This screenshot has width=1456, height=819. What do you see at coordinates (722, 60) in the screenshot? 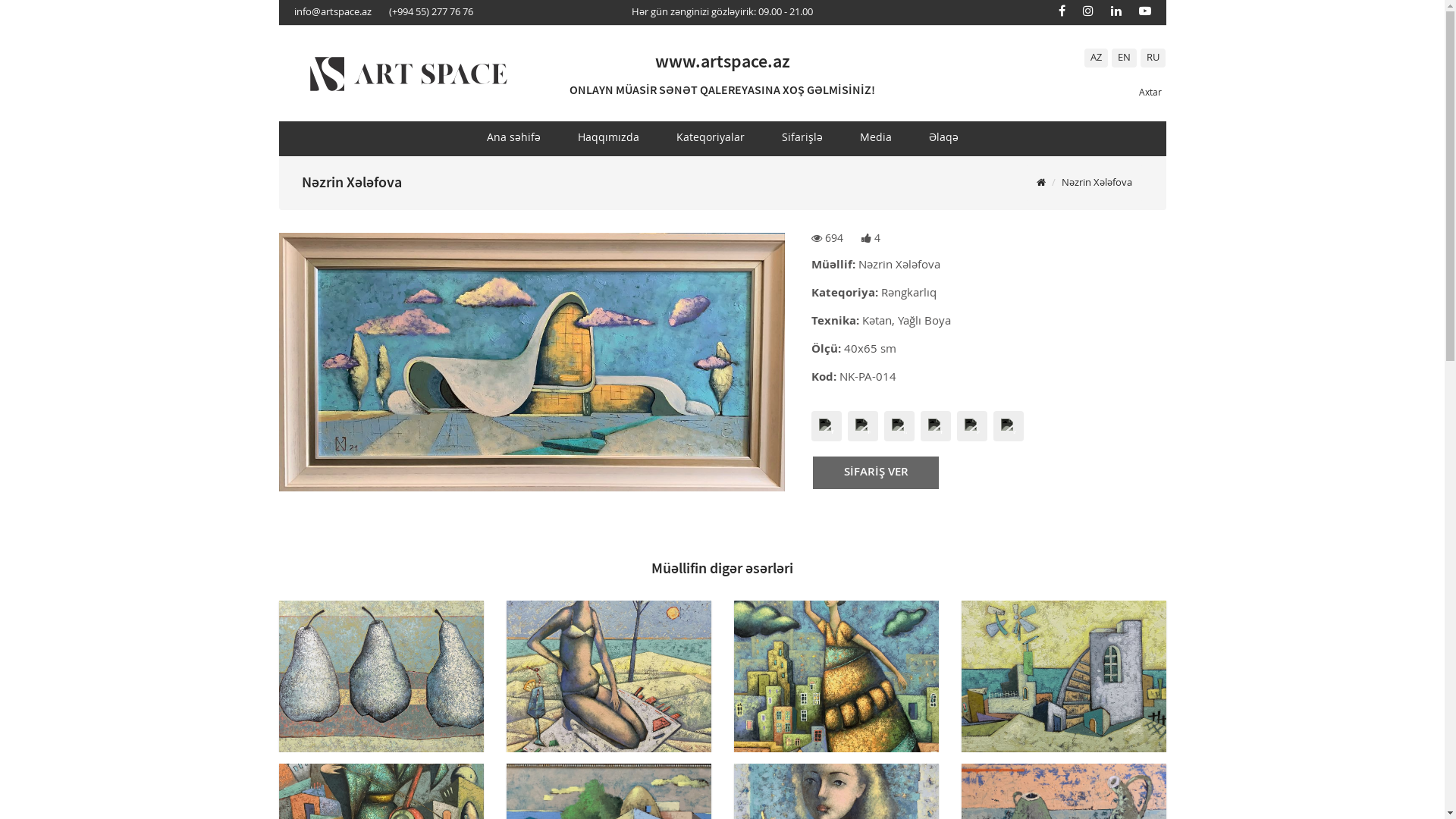
I see `'www.artspace.az'` at bounding box center [722, 60].